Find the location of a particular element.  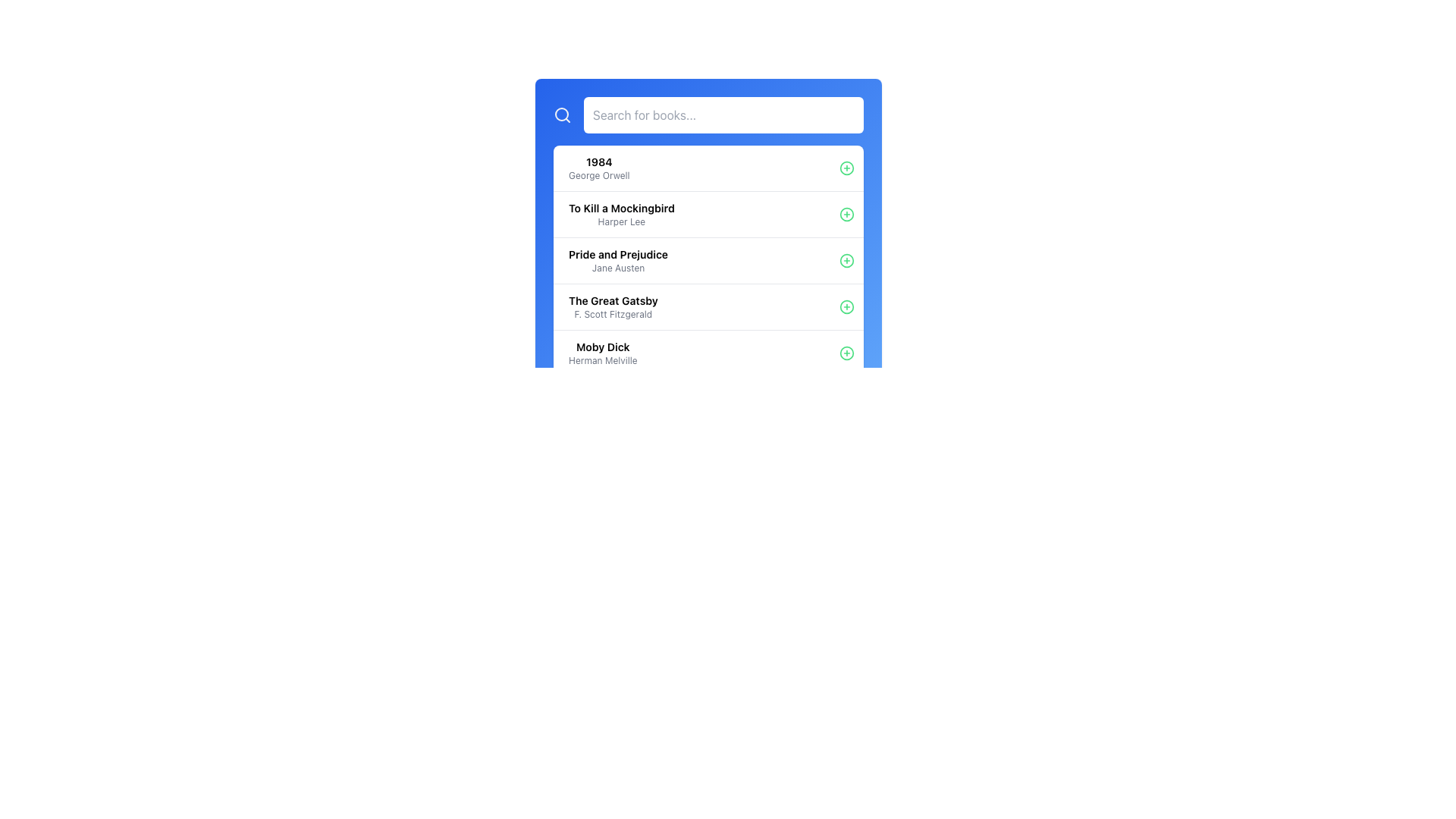

the green action button is located at coordinates (846, 353).